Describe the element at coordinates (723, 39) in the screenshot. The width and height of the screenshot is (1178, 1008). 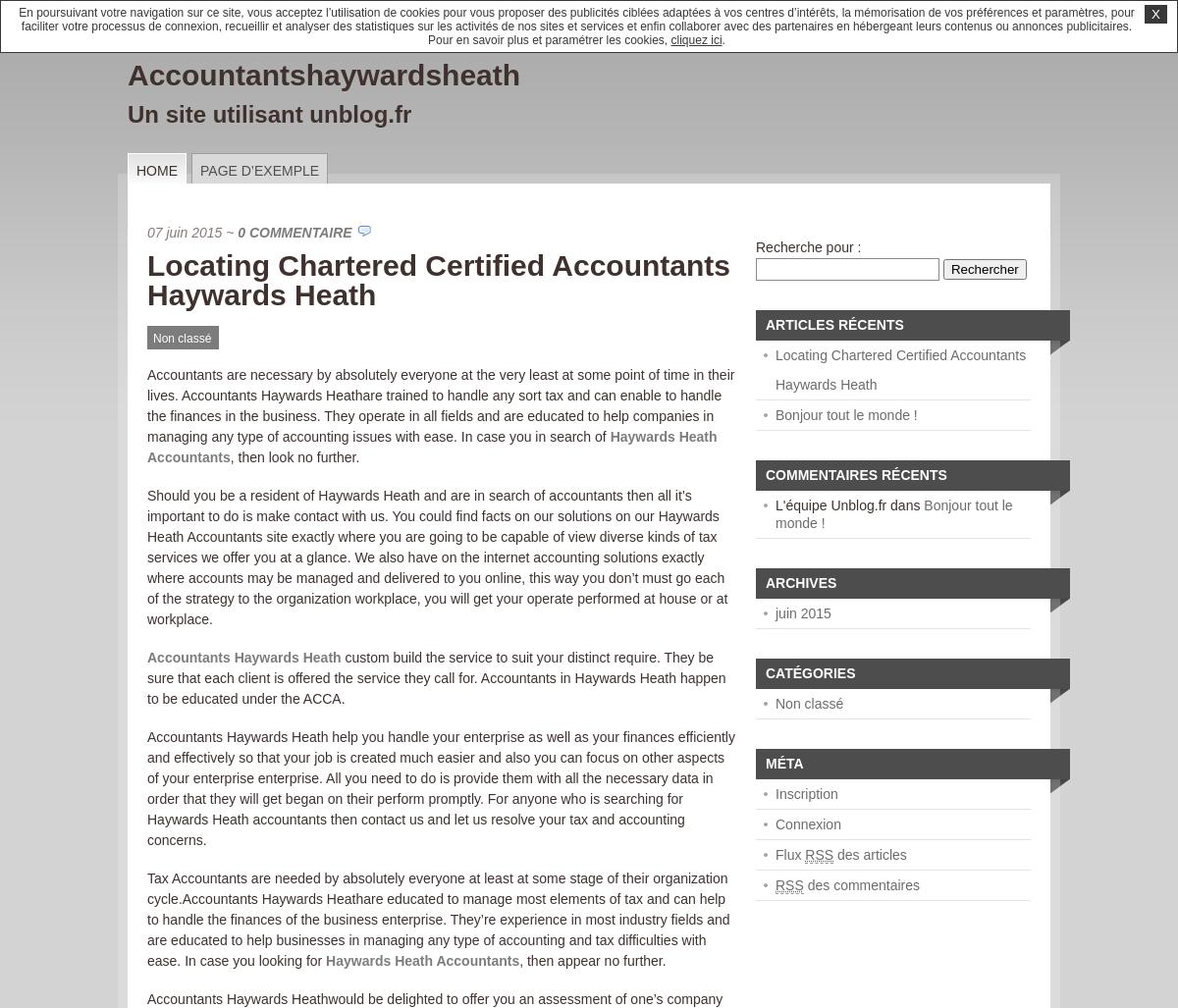
I see `'.'` at that location.